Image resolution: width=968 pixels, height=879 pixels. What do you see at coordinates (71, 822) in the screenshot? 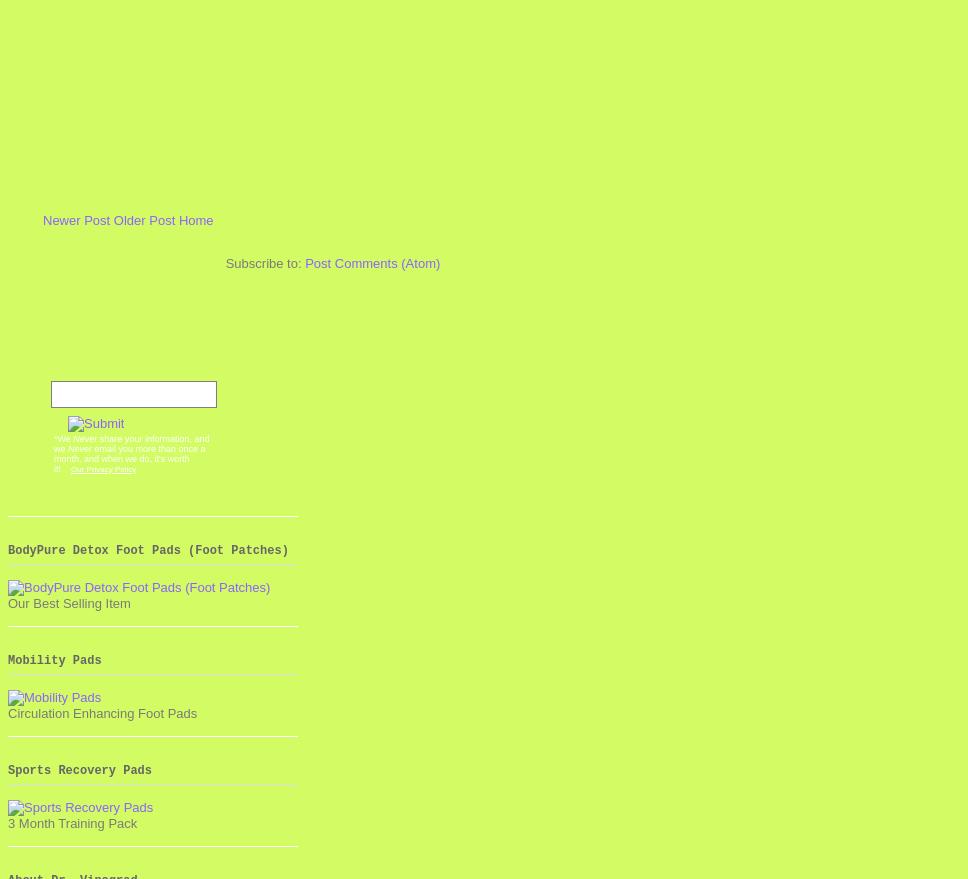
I see `'3 Month Training Pack'` at bounding box center [71, 822].